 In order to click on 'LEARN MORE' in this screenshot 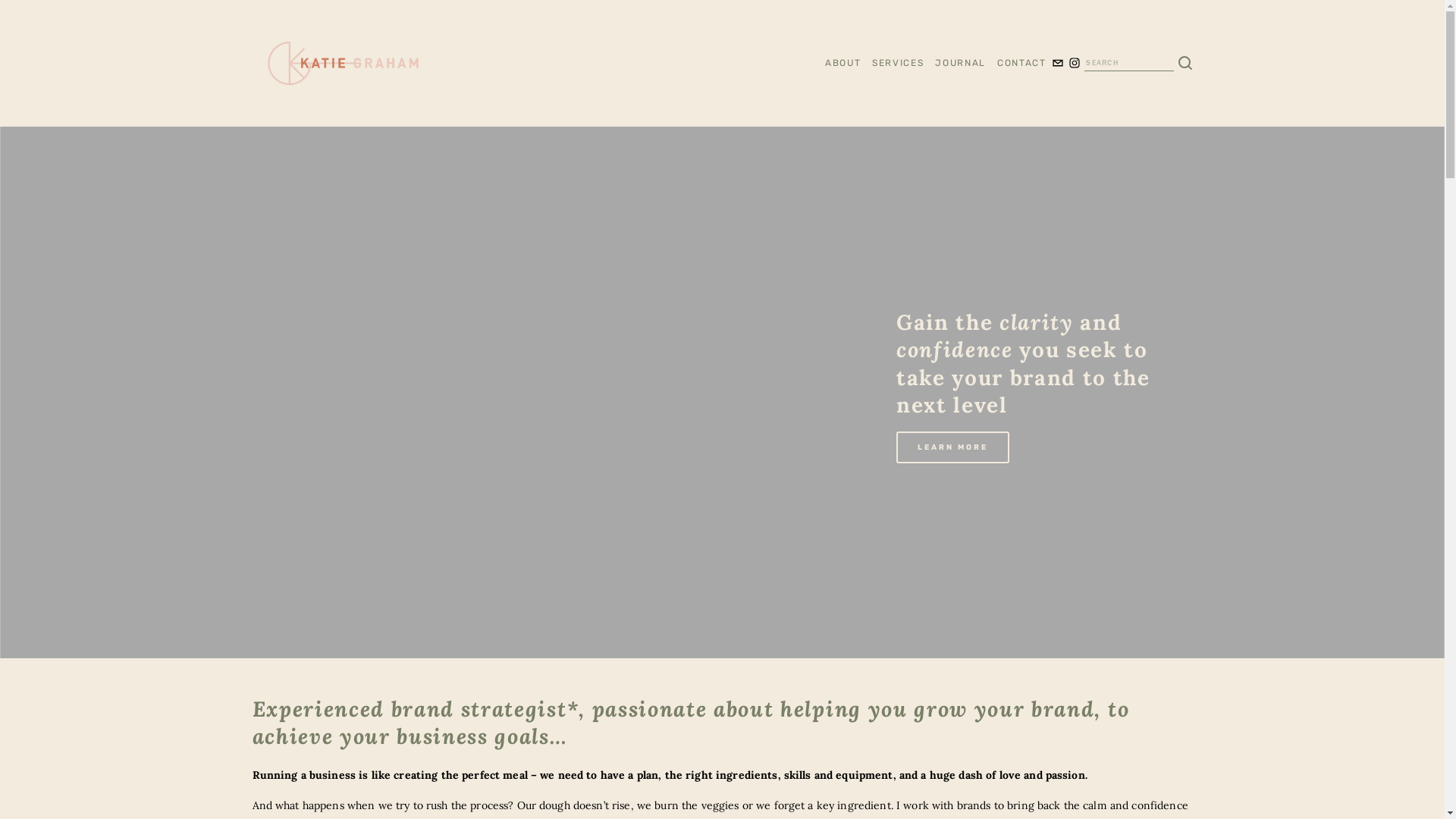, I will do `click(952, 447)`.